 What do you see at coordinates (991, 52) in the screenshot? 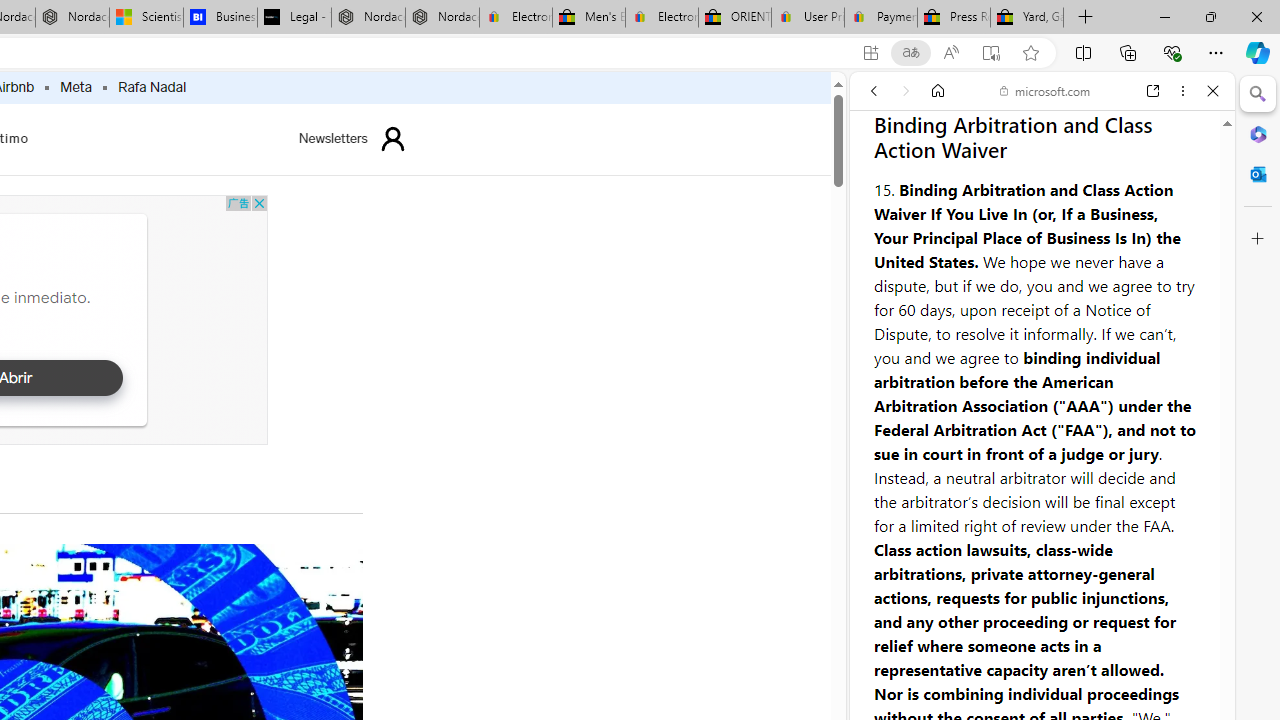
I see `'Enter Immersive Reader (F9)'` at bounding box center [991, 52].